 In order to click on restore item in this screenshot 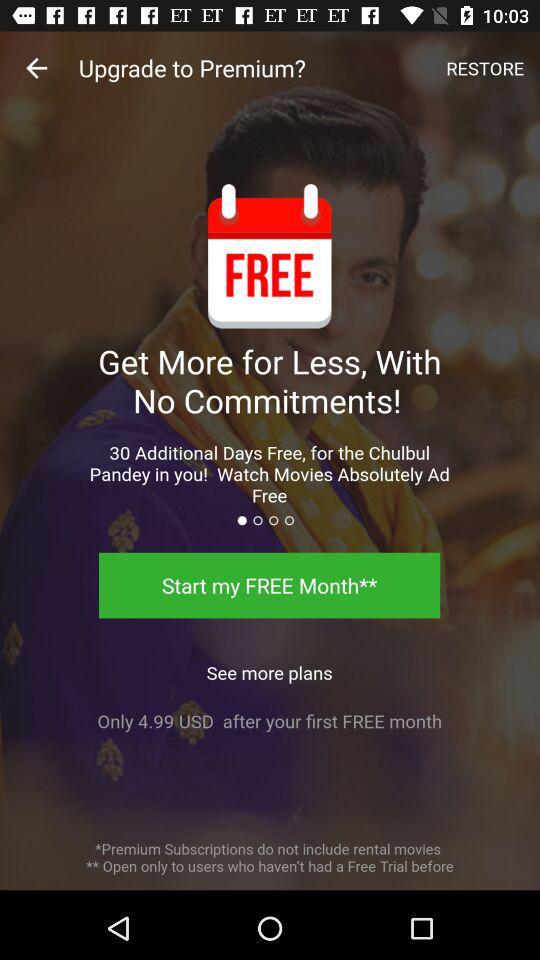, I will do `click(484, 68)`.